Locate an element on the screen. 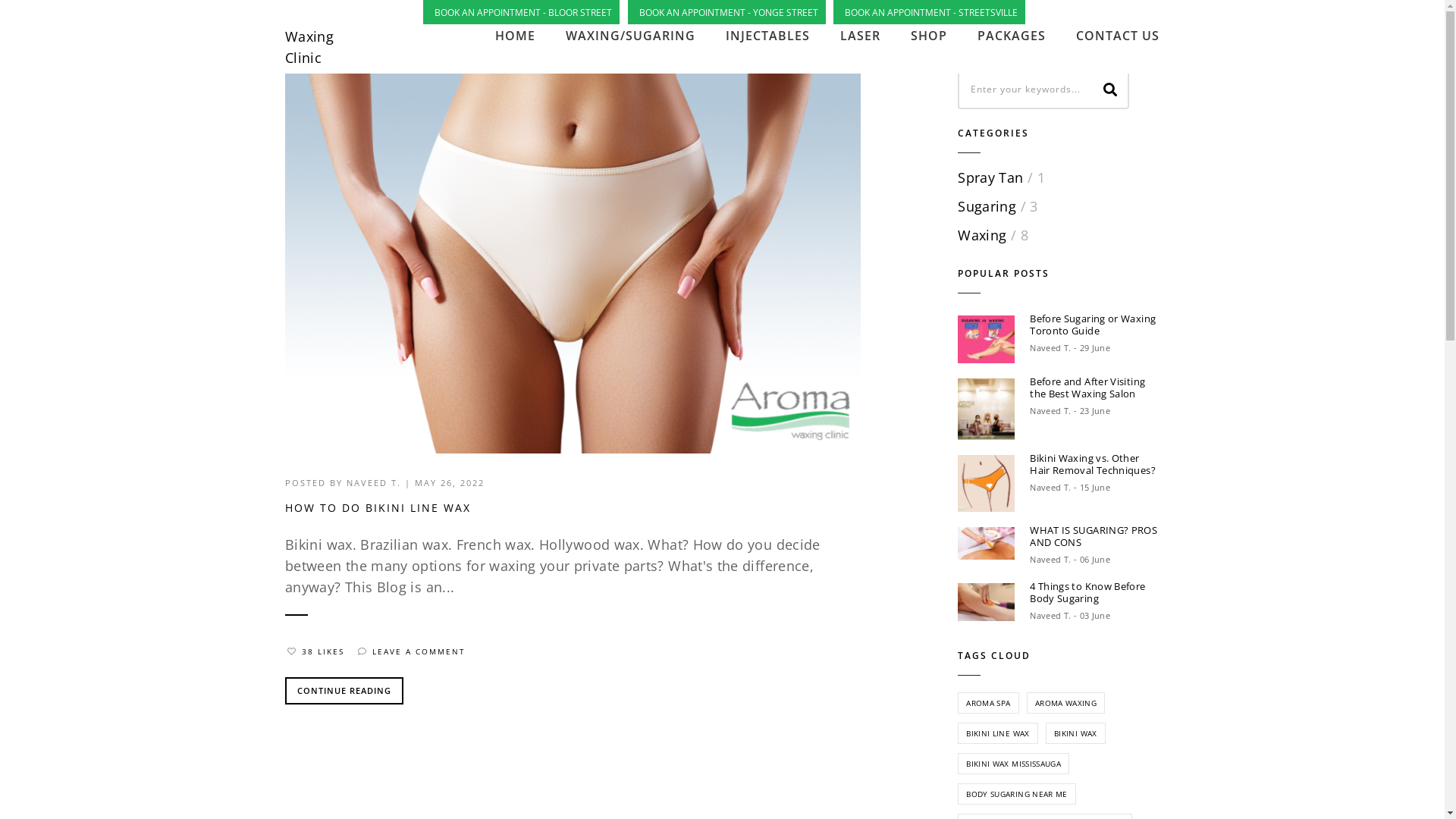 Image resolution: width=1456 pixels, height=819 pixels. 'AROMA SPA' is located at coordinates (987, 702).